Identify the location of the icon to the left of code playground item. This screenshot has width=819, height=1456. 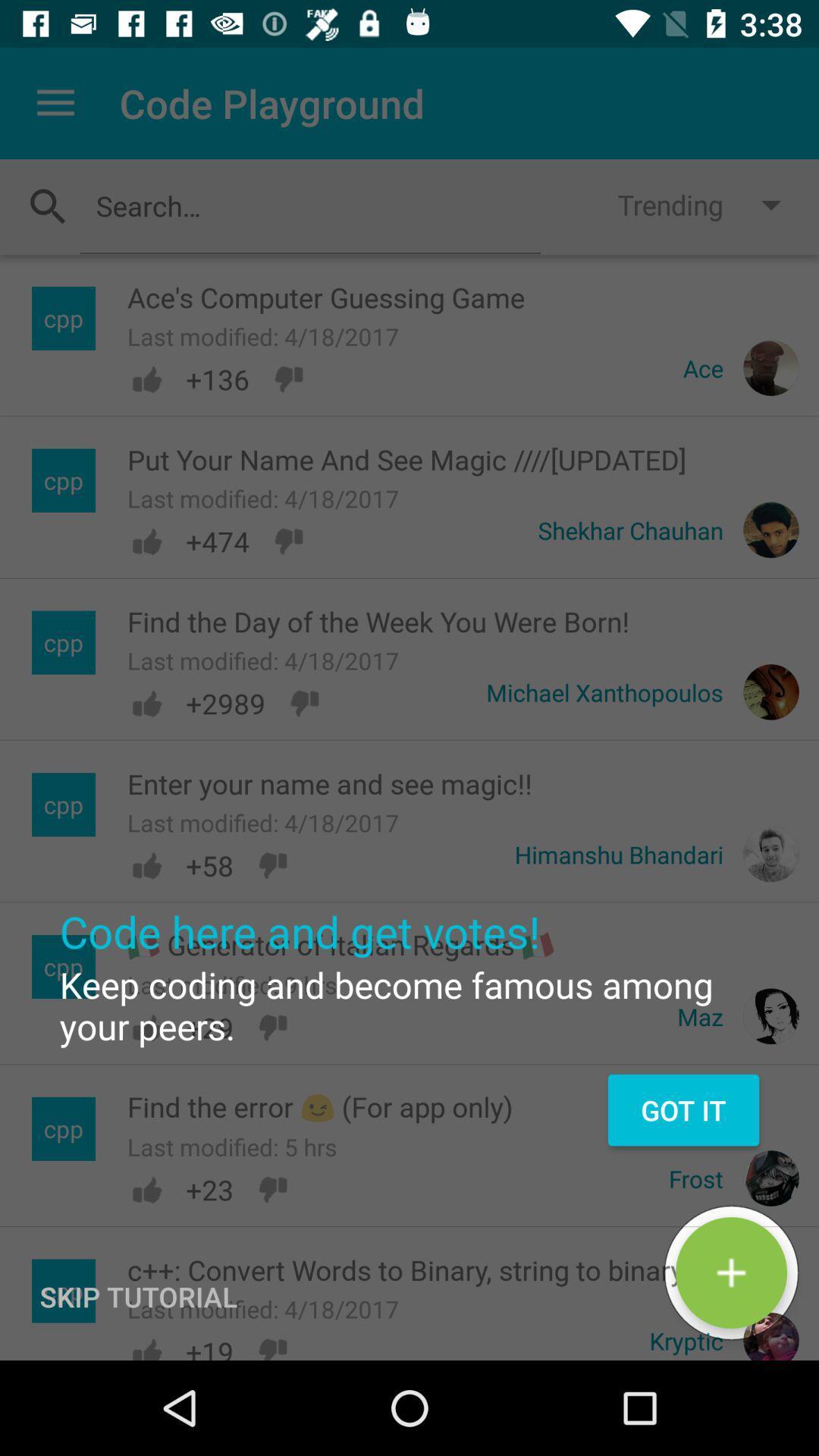
(55, 102).